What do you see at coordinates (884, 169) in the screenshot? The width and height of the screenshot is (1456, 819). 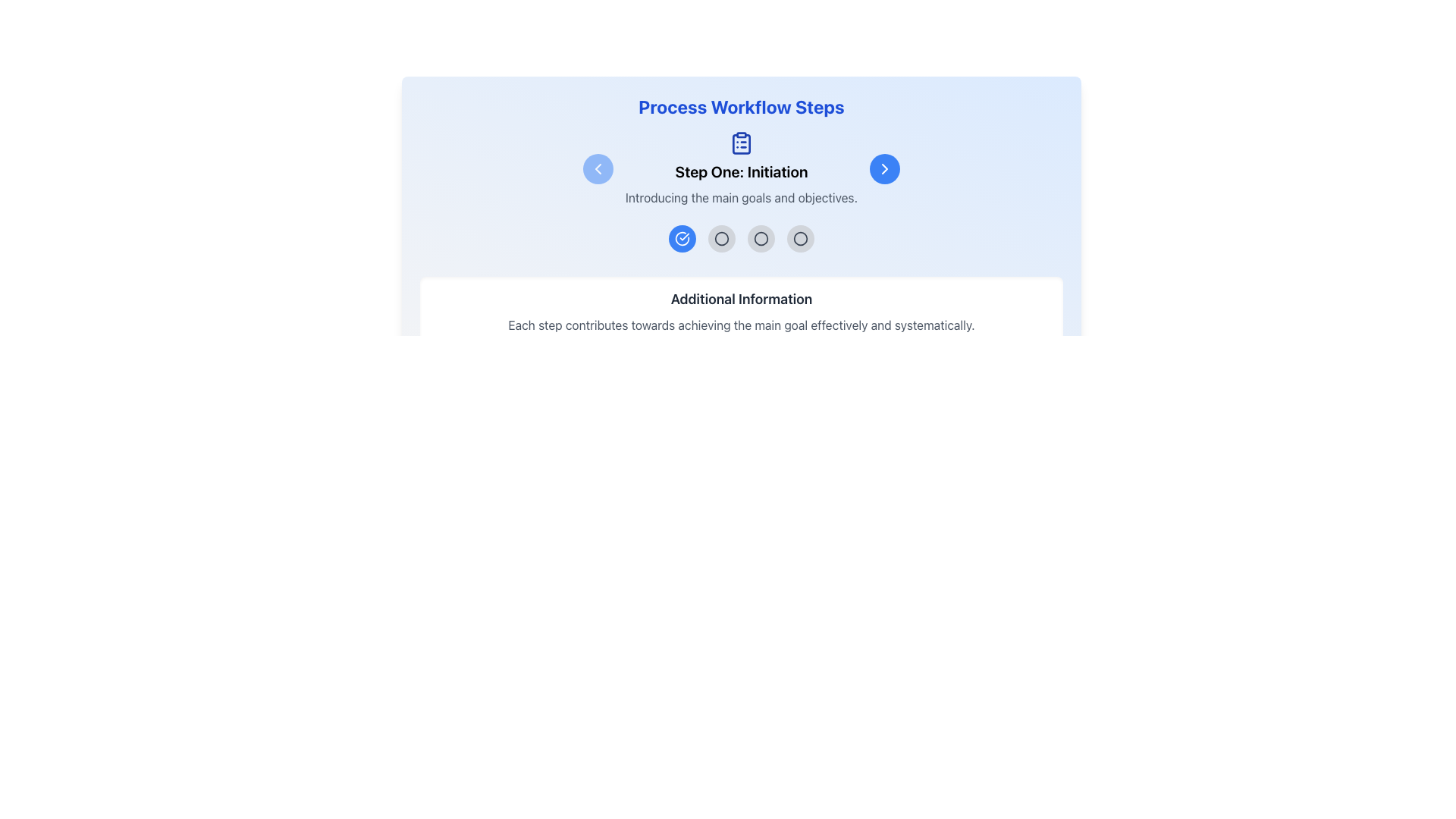 I see `the chevron icon embedded within the circular blue button located in the right-central region of the 'Process Workflow Steps' section` at bounding box center [884, 169].